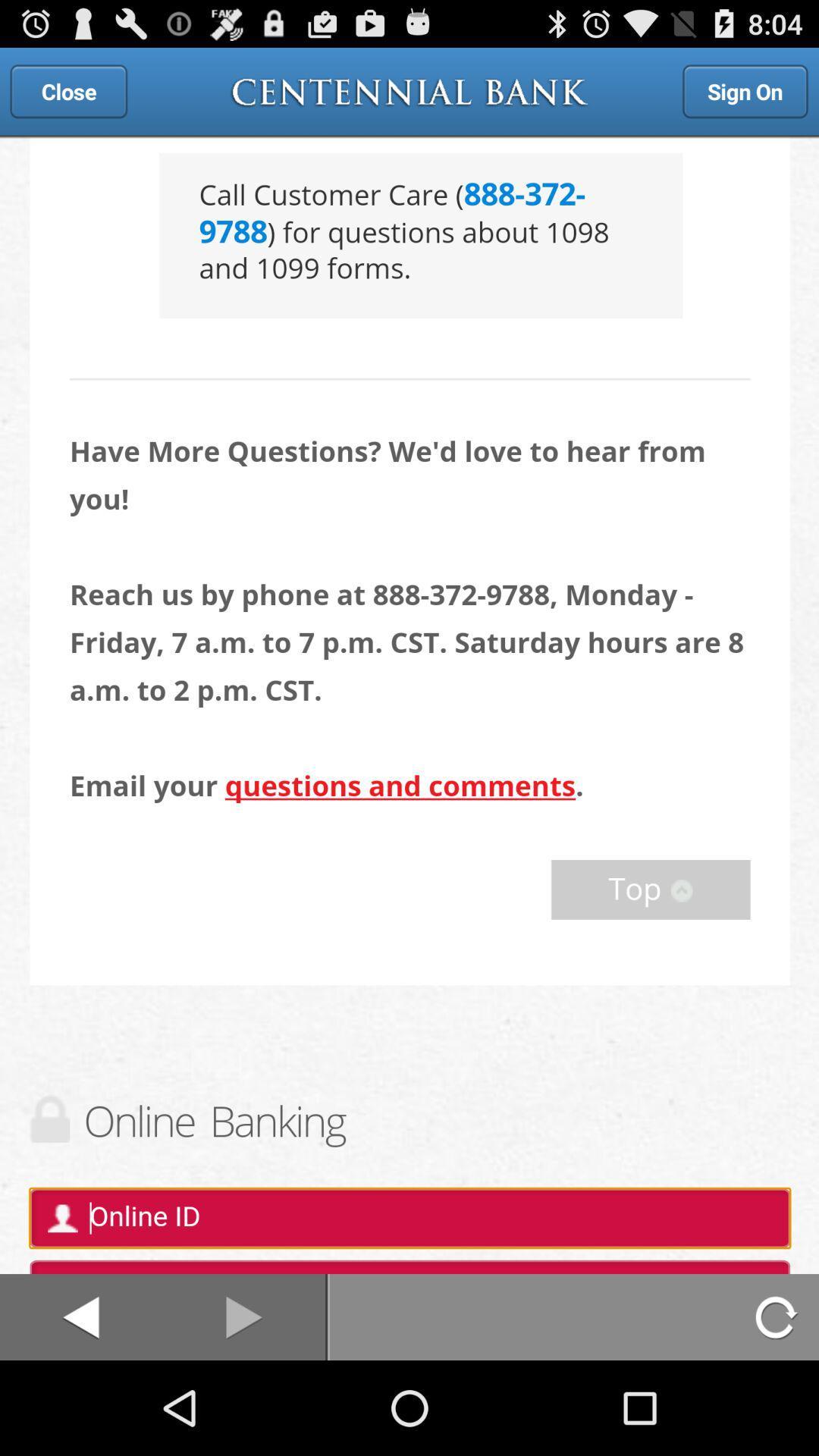 Image resolution: width=819 pixels, height=1456 pixels. Describe the element at coordinates (81, 1316) in the screenshot. I see `the first button which is below online id` at that location.